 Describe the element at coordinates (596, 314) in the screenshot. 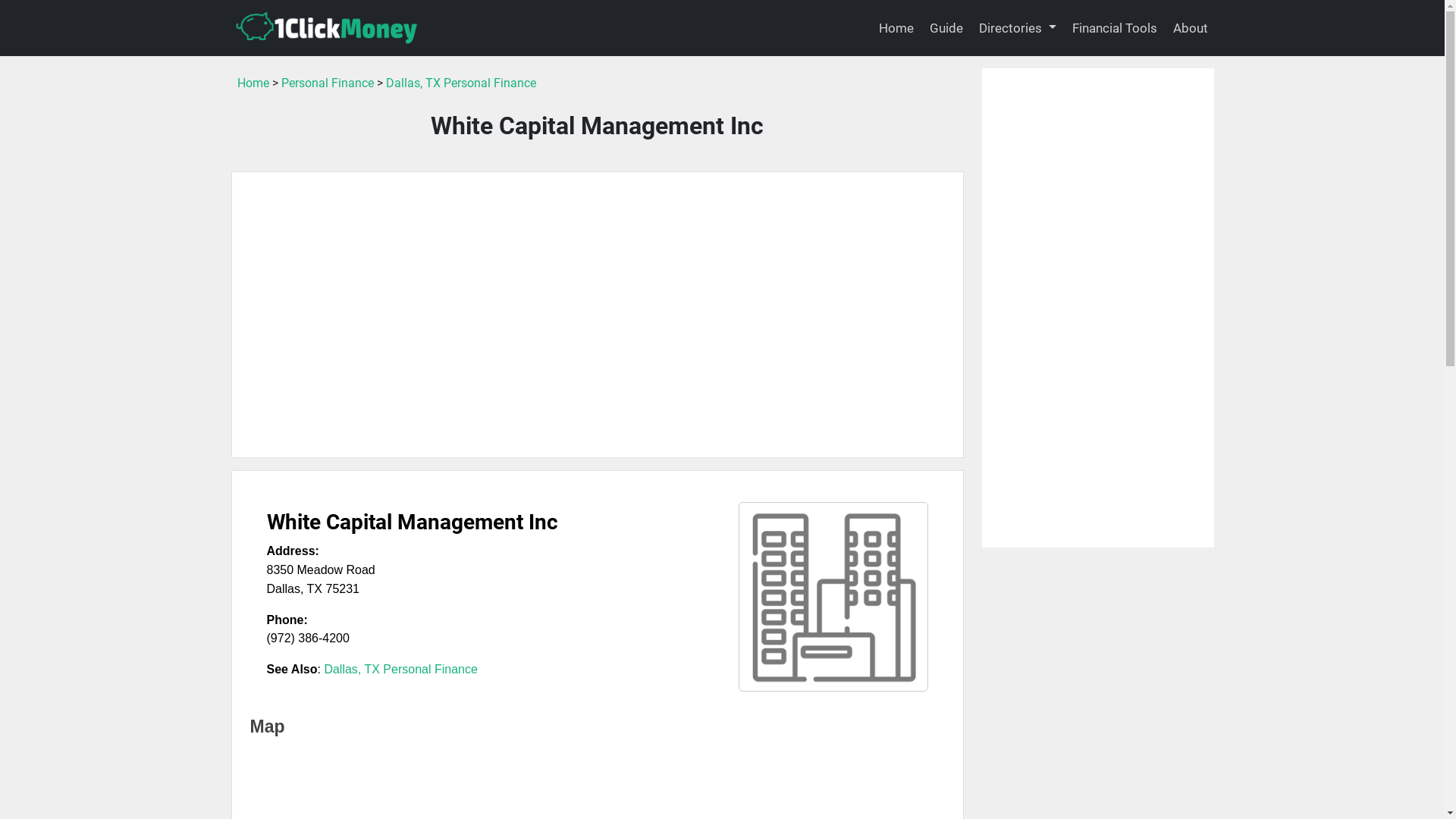

I see `'Advertisement'` at that location.